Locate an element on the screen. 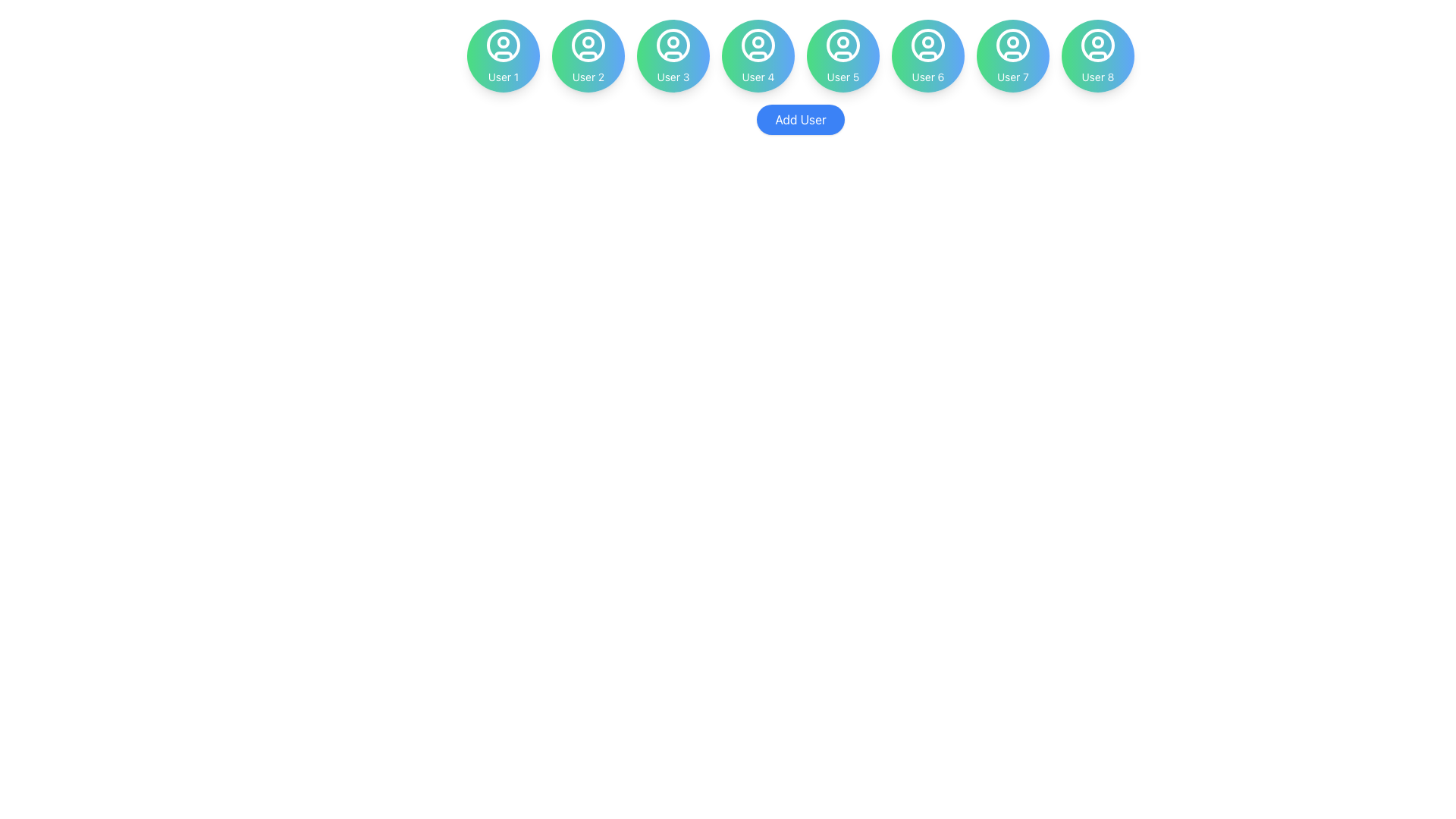  the text label that identifies 'User 8', located at the bottom of the circular background representing the user profile is located at coordinates (1098, 77).